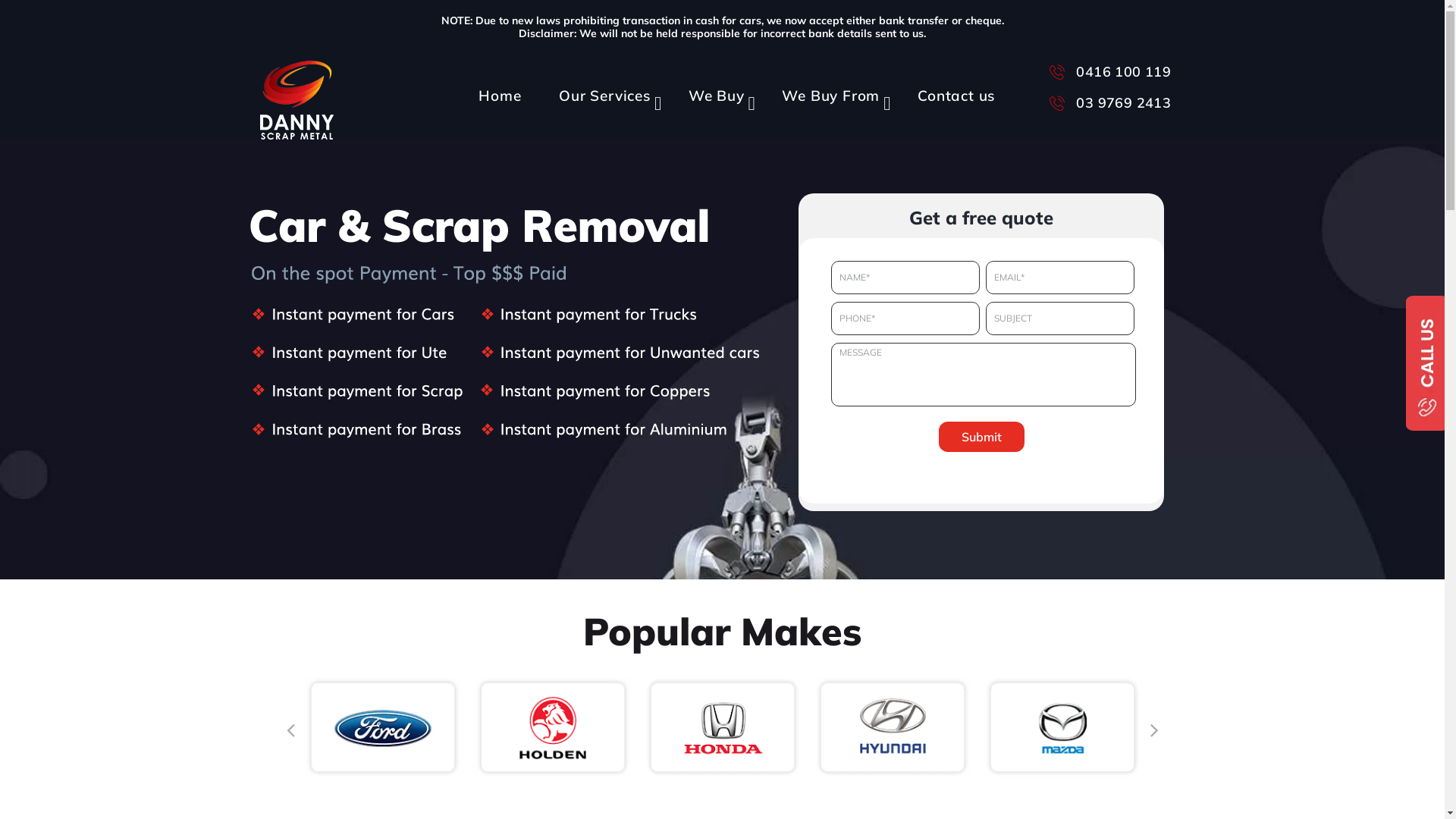  I want to click on '03 9769 2413', so click(1107, 102).